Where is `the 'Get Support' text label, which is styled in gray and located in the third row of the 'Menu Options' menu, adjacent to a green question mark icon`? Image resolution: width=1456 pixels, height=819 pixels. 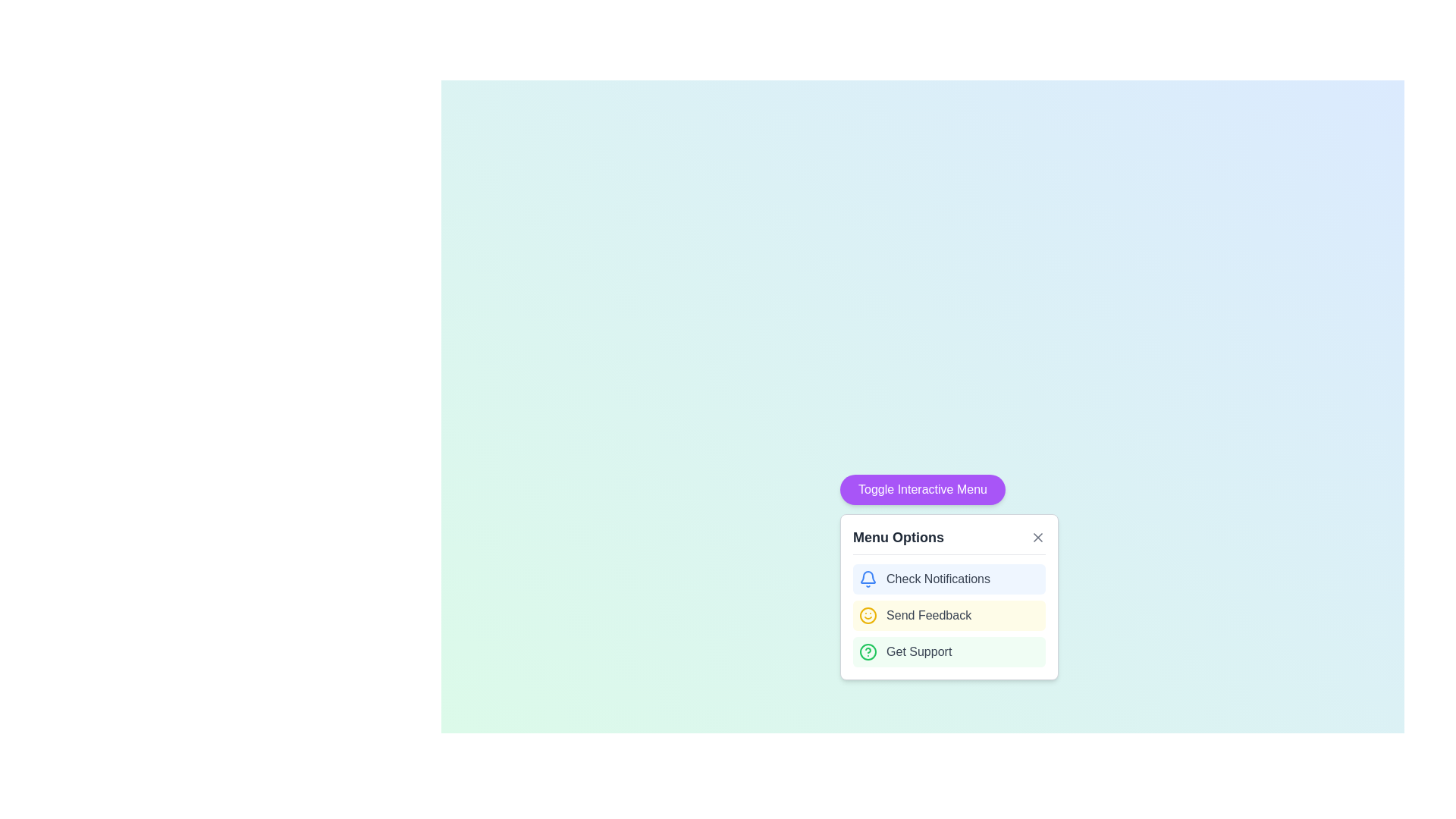
the 'Get Support' text label, which is styled in gray and located in the third row of the 'Menu Options' menu, adjacent to a green question mark icon is located at coordinates (918, 651).